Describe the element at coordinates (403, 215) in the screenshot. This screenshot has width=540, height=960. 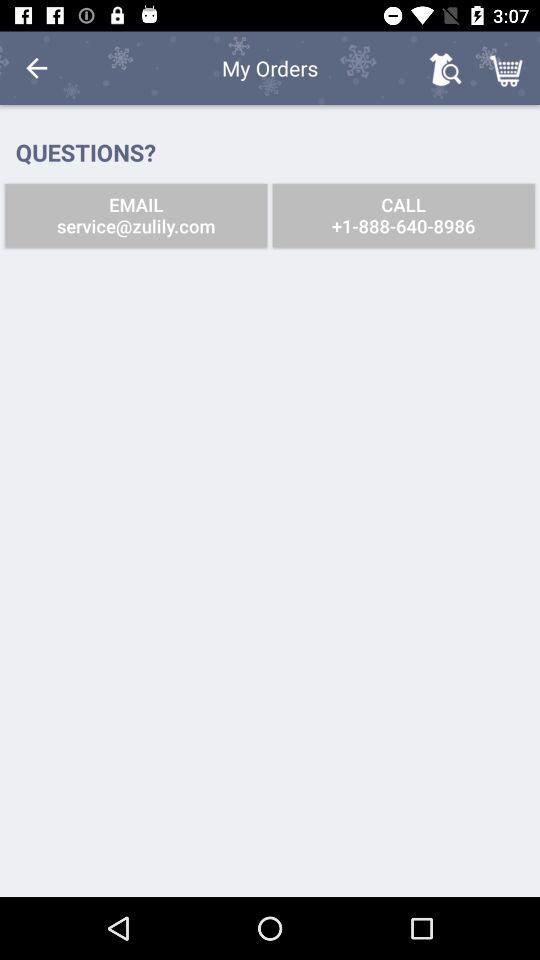
I see `the call 1 888 item` at that location.